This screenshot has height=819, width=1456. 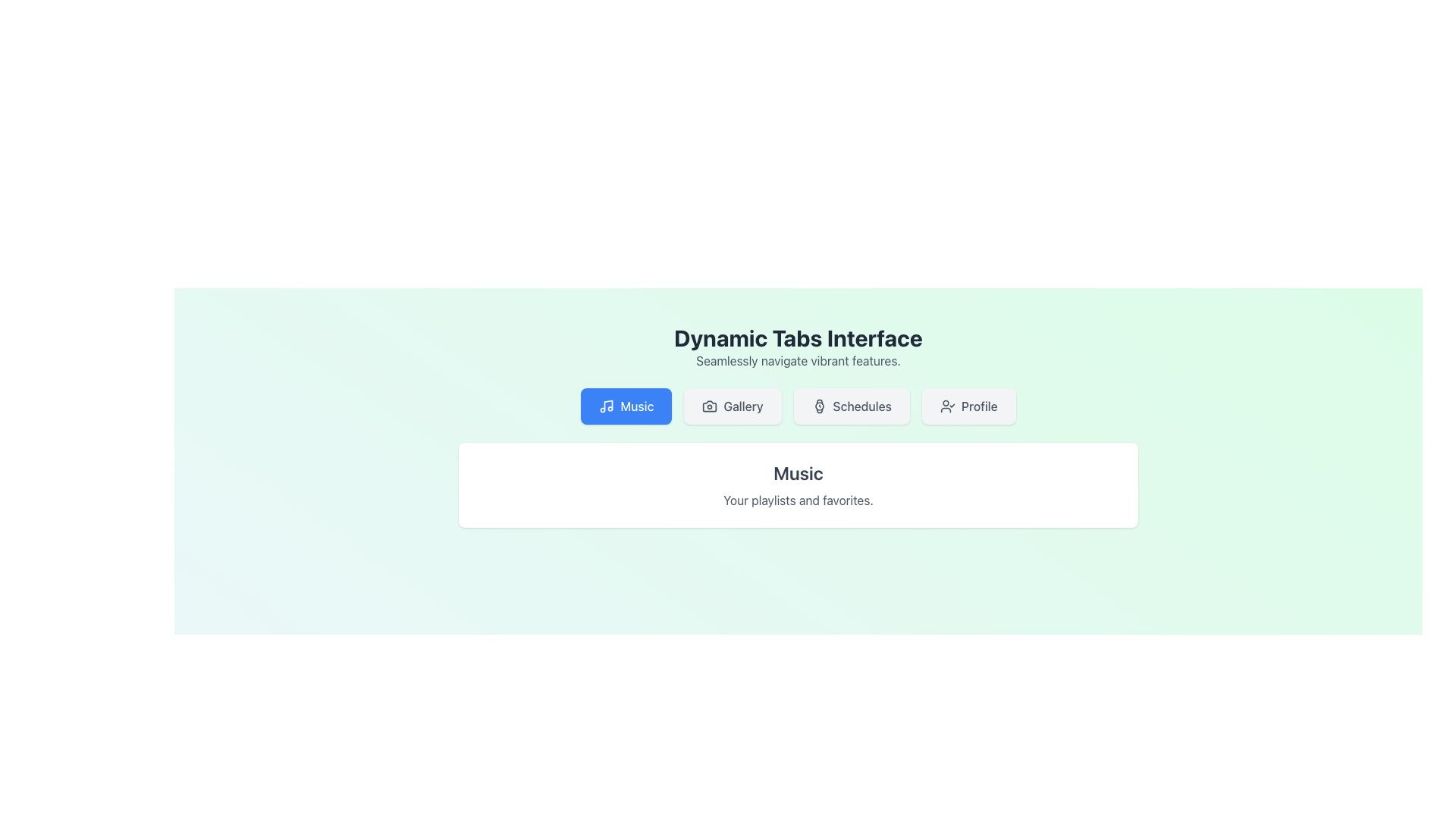 I want to click on the 'Profile' label, which is a textual label in gray font located in the middle-right of the header bar, following the 'Schedules' label, so click(x=979, y=406).